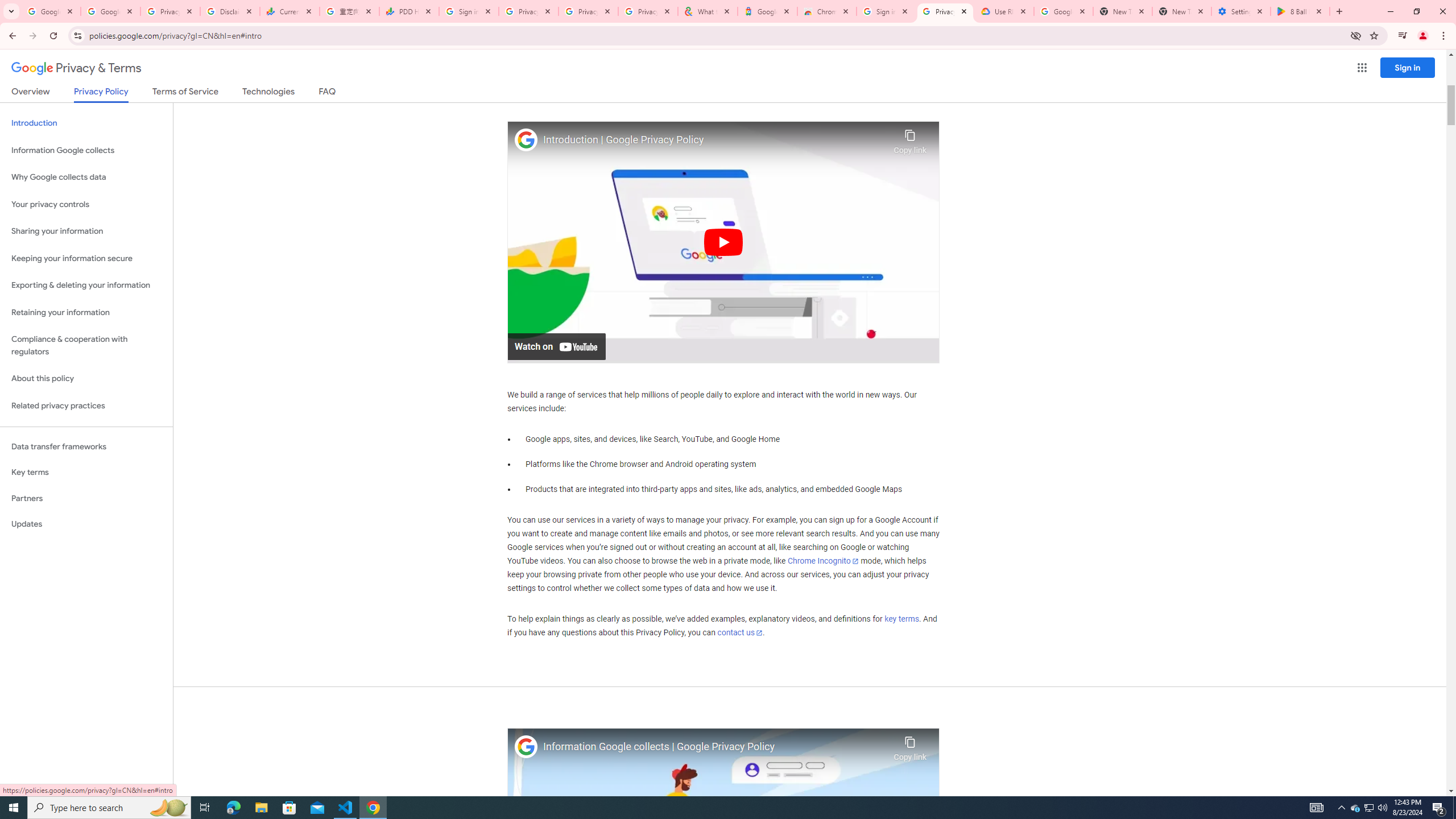 The height and width of the screenshot is (819, 1456). I want to click on 'Google Workspace Admin Community', so click(51, 11).